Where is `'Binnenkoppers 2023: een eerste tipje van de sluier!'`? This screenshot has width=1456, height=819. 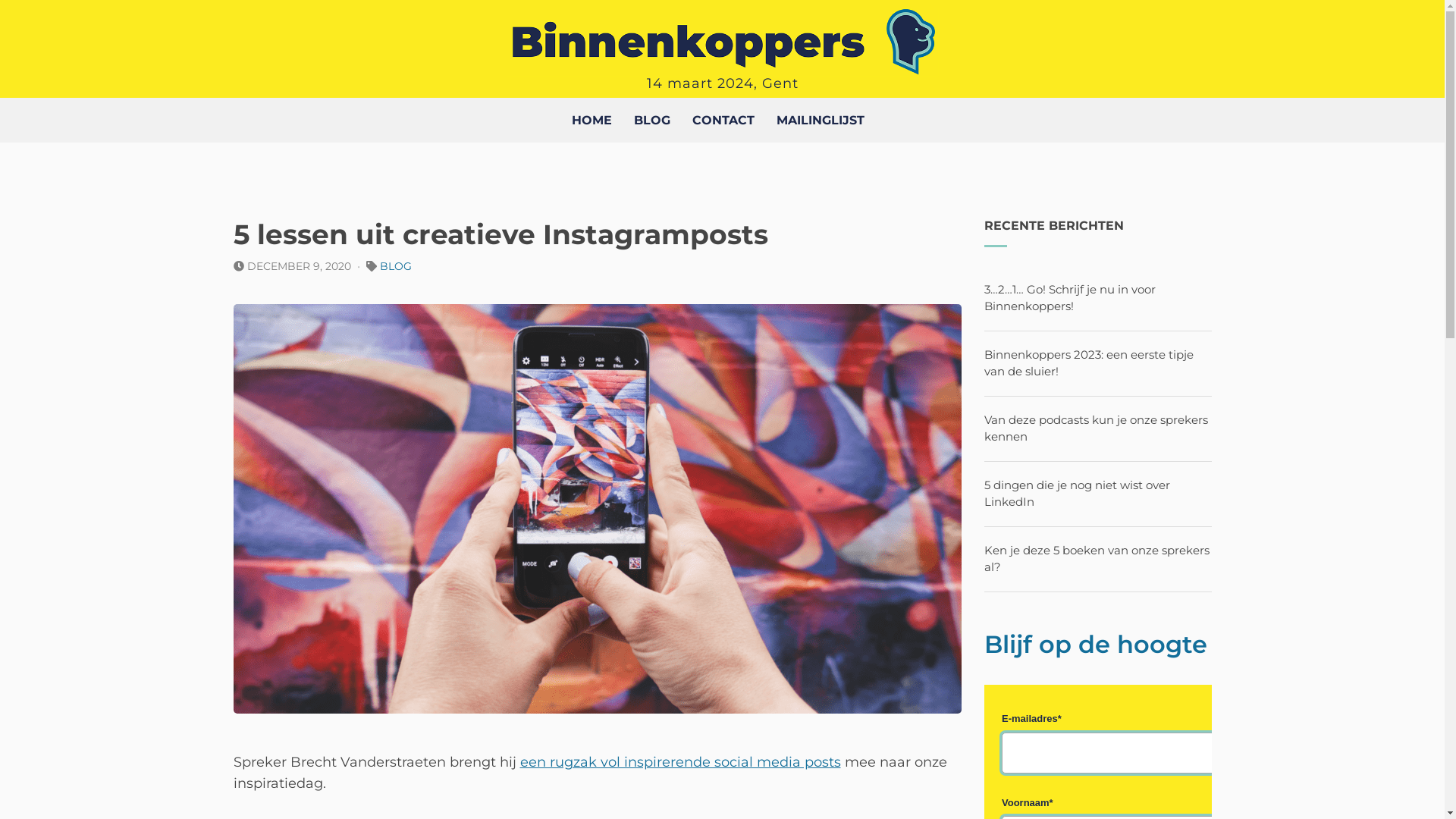
'Binnenkoppers 2023: een eerste tipje van de sluier!' is located at coordinates (984, 362).